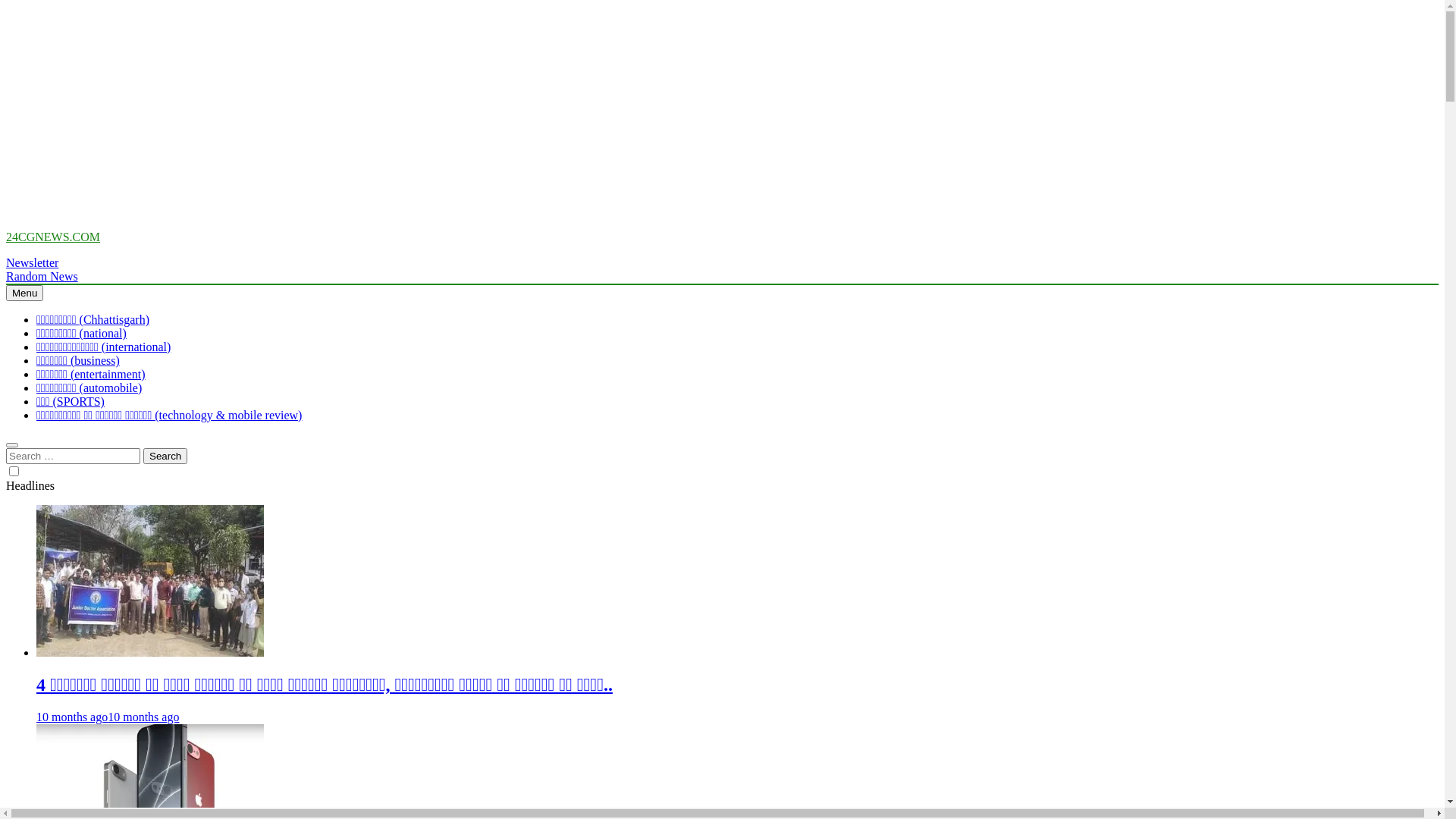 The height and width of the screenshot is (819, 1456). What do you see at coordinates (53, 237) in the screenshot?
I see `'24CGNEWS.COM'` at bounding box center [53, 237].